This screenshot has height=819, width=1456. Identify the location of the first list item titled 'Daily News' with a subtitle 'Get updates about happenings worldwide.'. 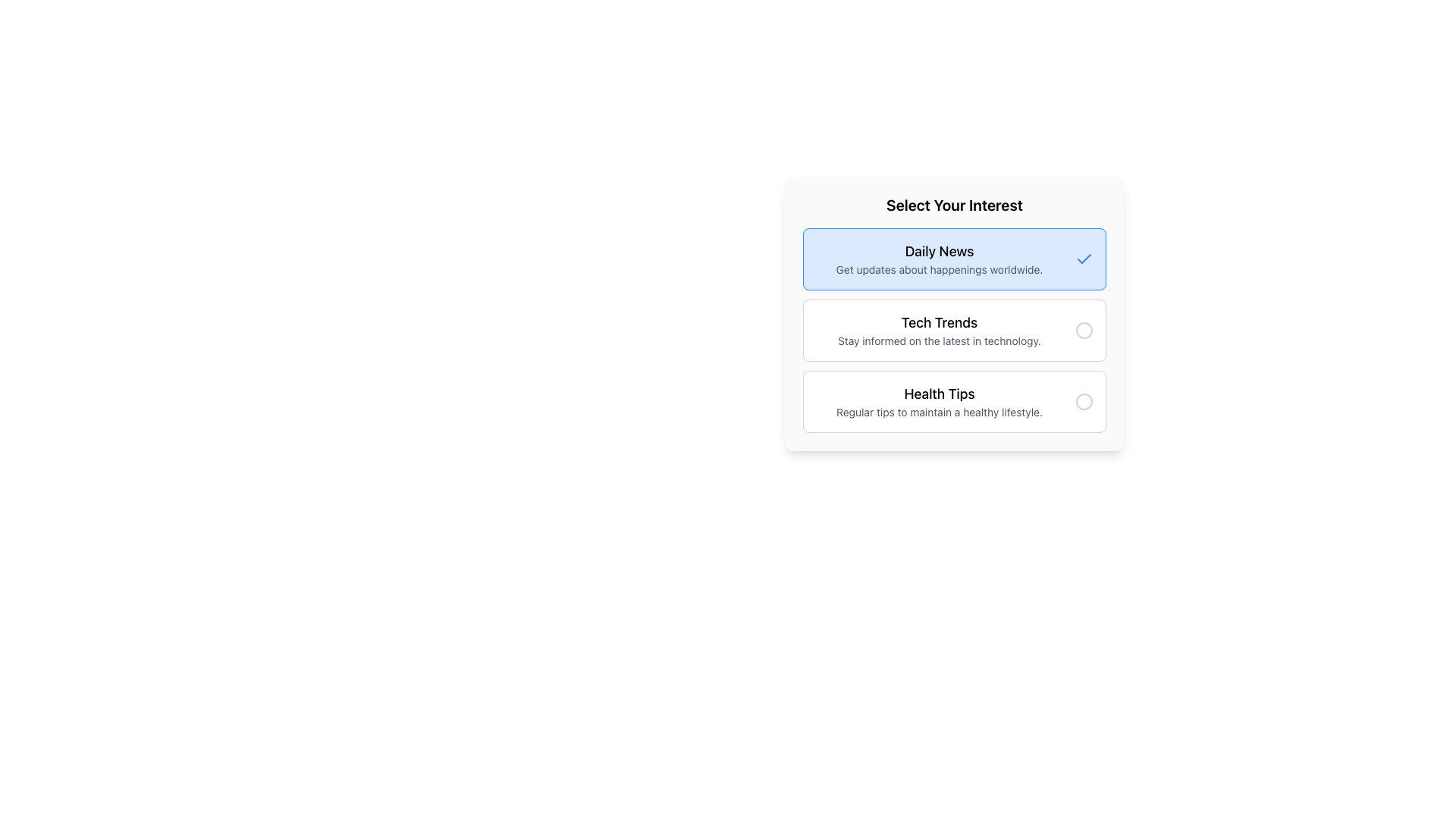
(938, 259).